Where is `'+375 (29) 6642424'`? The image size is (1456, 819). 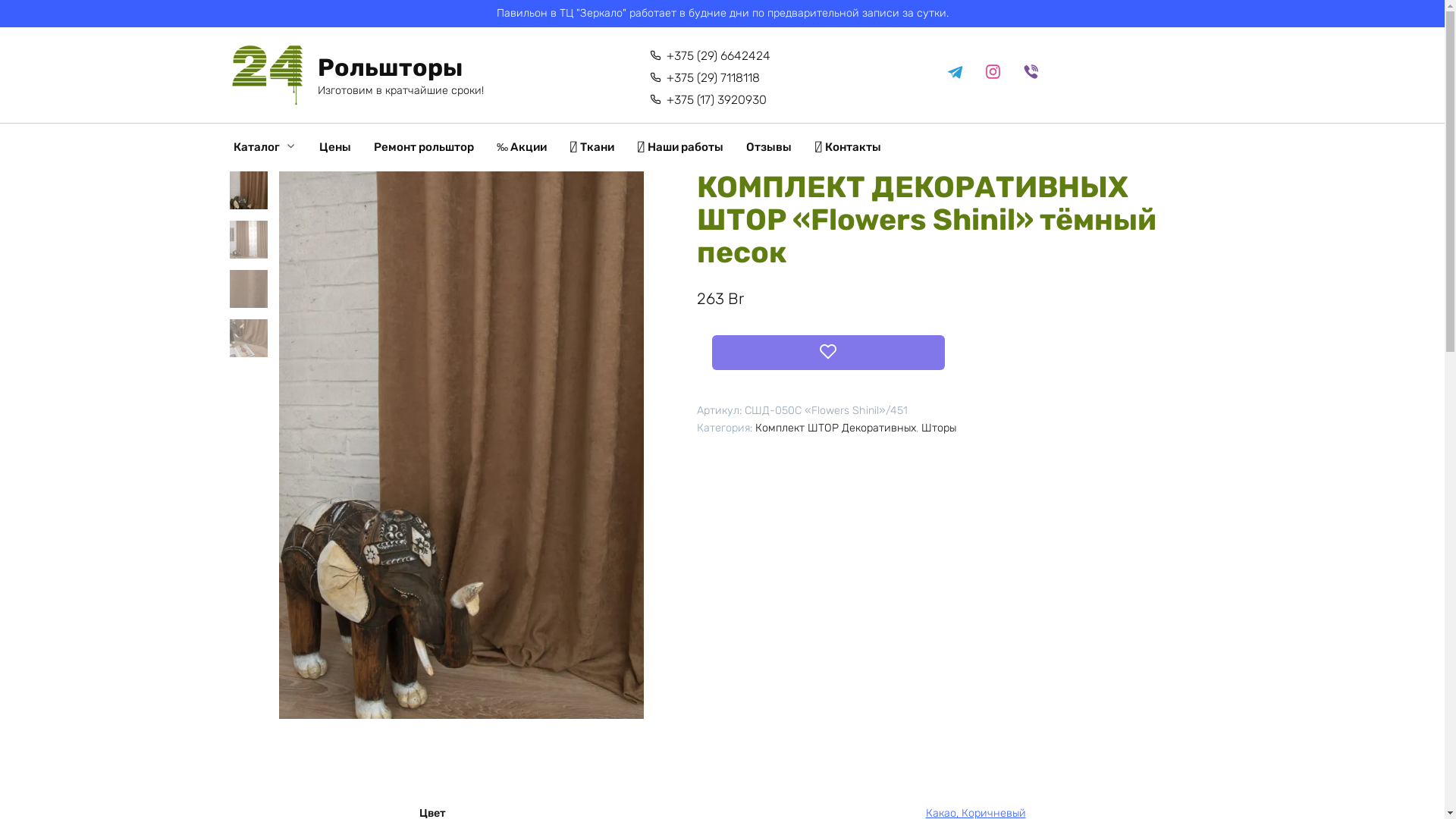
'+375 (29) 6642424' is located at coordinates (709, 55).